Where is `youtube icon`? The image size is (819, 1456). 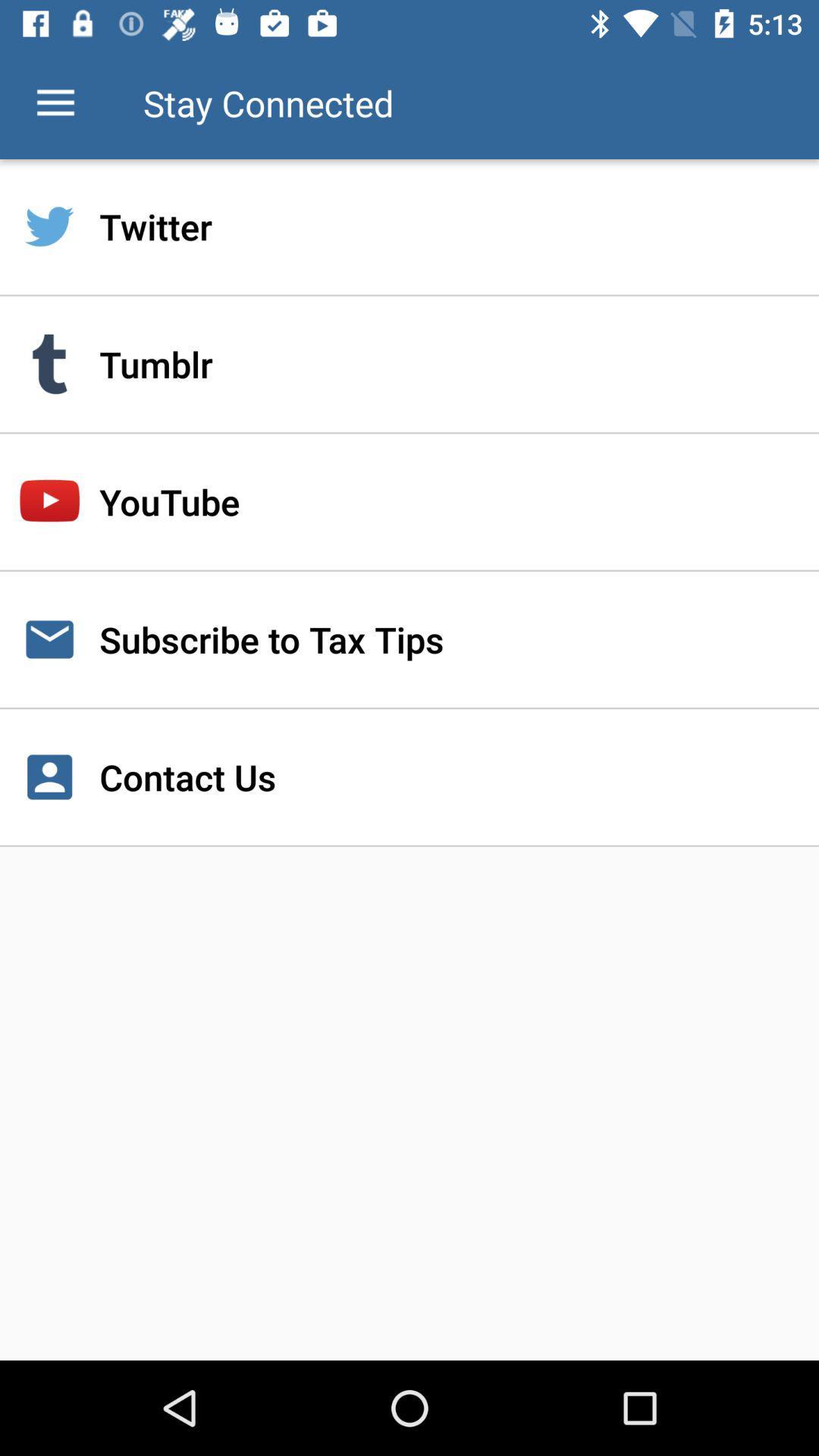 youtube icon is located at coordinates (409, 502).